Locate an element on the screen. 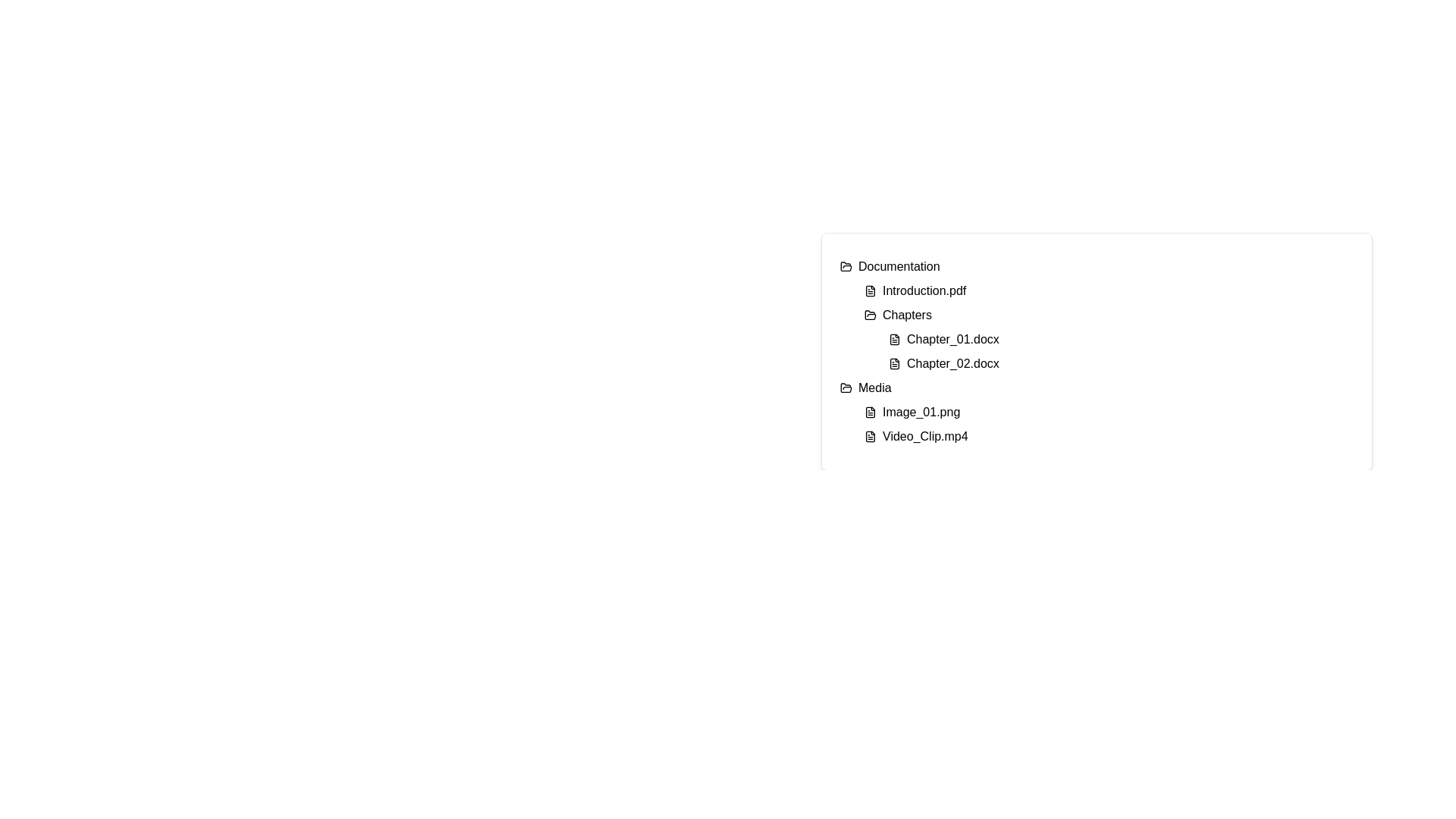 Image resolution: width=1456 pixels, height=819 pixels. the document icon representing the file type for 'Video_Clip.mp4' is located at coordinates (870, 436).